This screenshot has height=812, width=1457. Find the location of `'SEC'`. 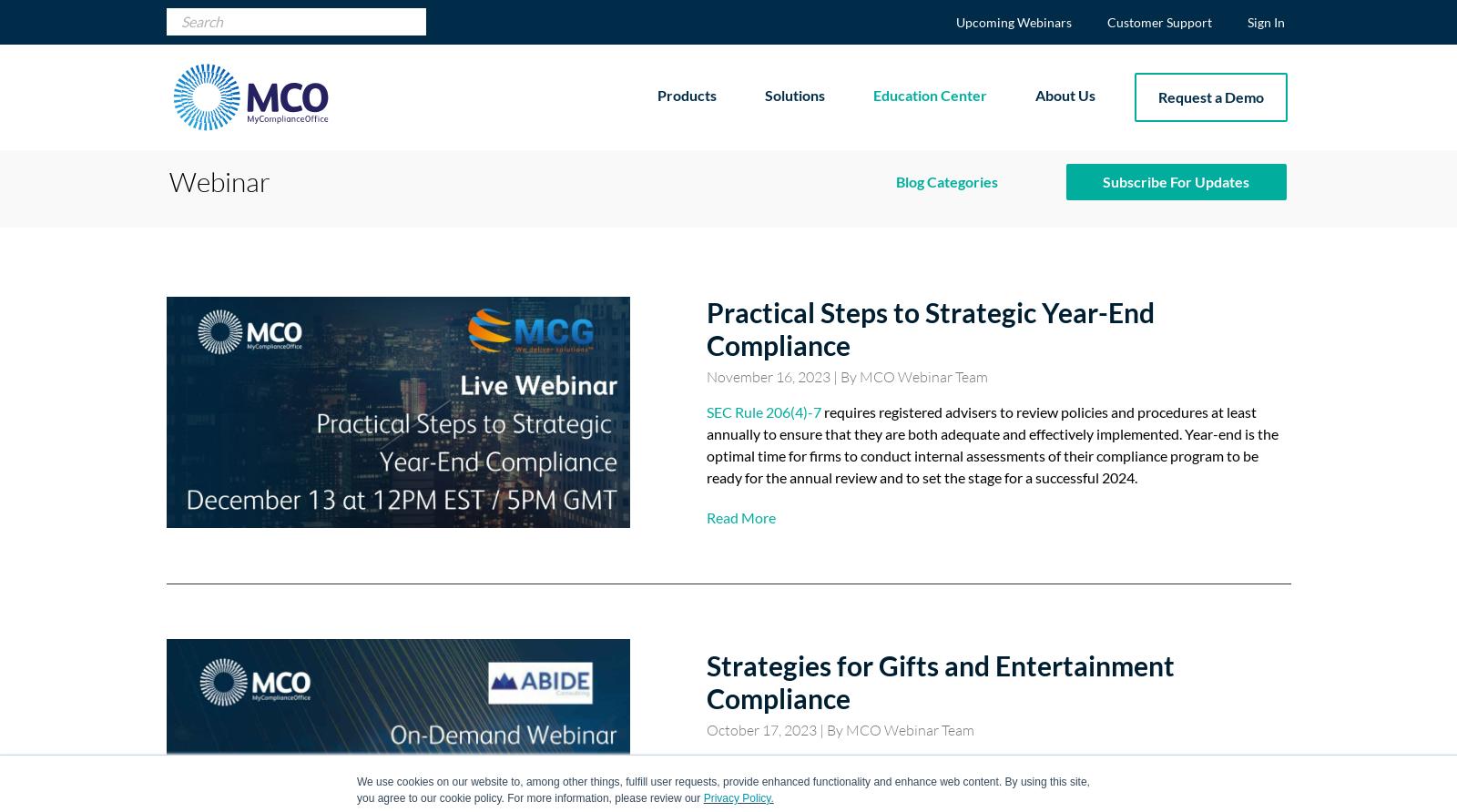

'SEC' is located at coordinates (896, 220).